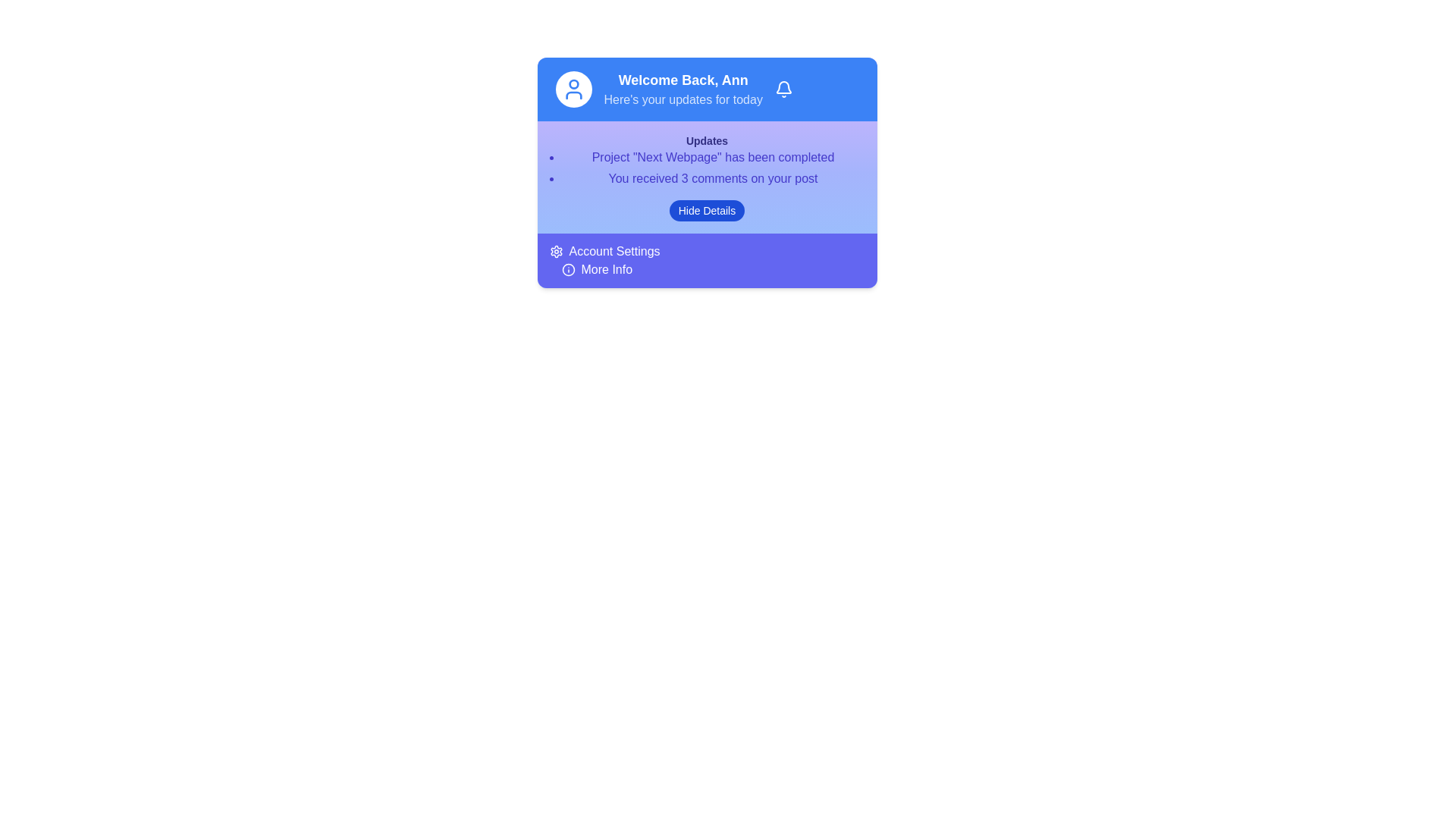 This screenshot has height=819, width=1456. I want to click on the informational Text block with bulleted points located under the 'Updates' title, so click(706, 168).